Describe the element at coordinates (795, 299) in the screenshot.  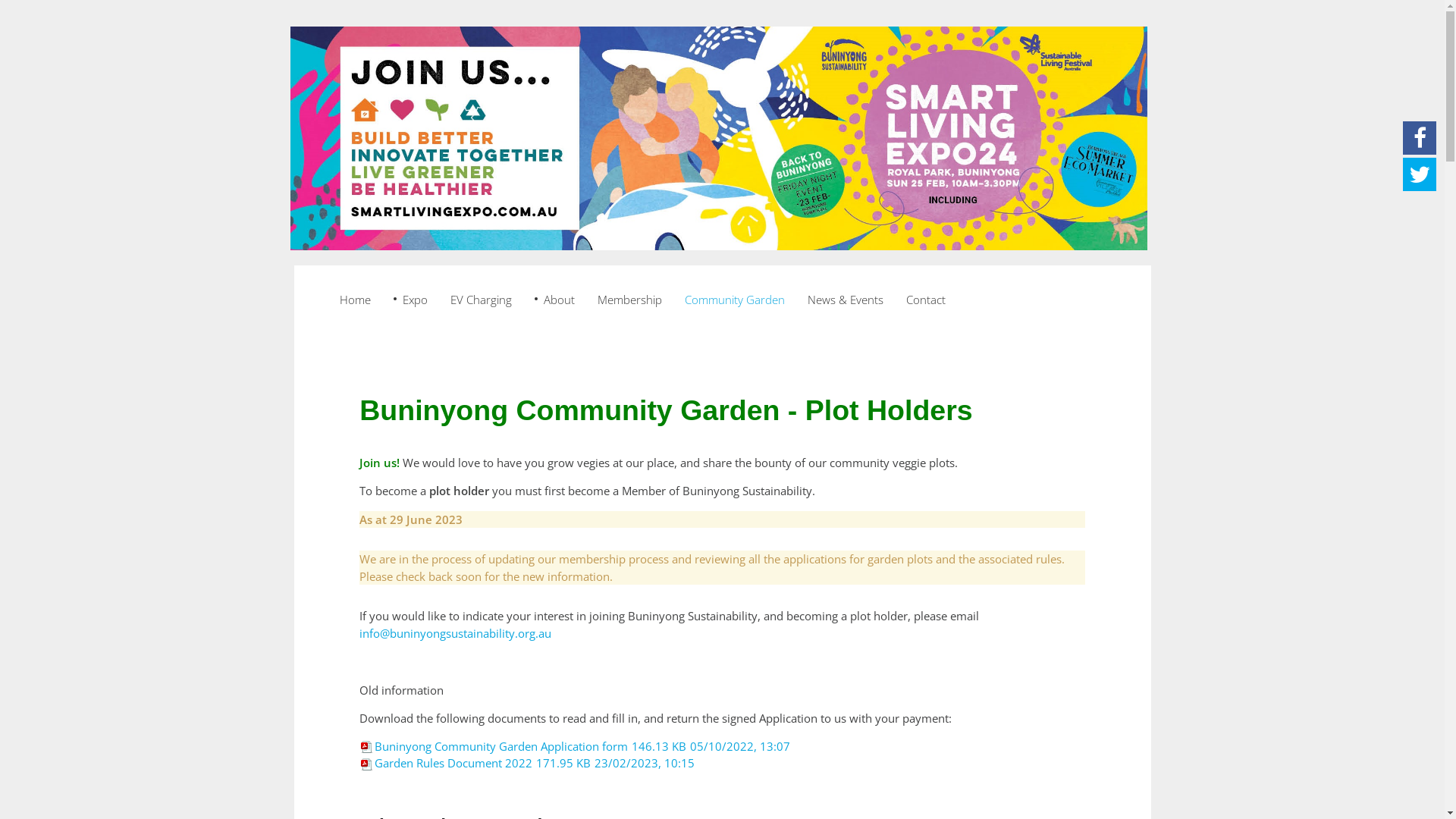
I see `'News & Events'` at that location.